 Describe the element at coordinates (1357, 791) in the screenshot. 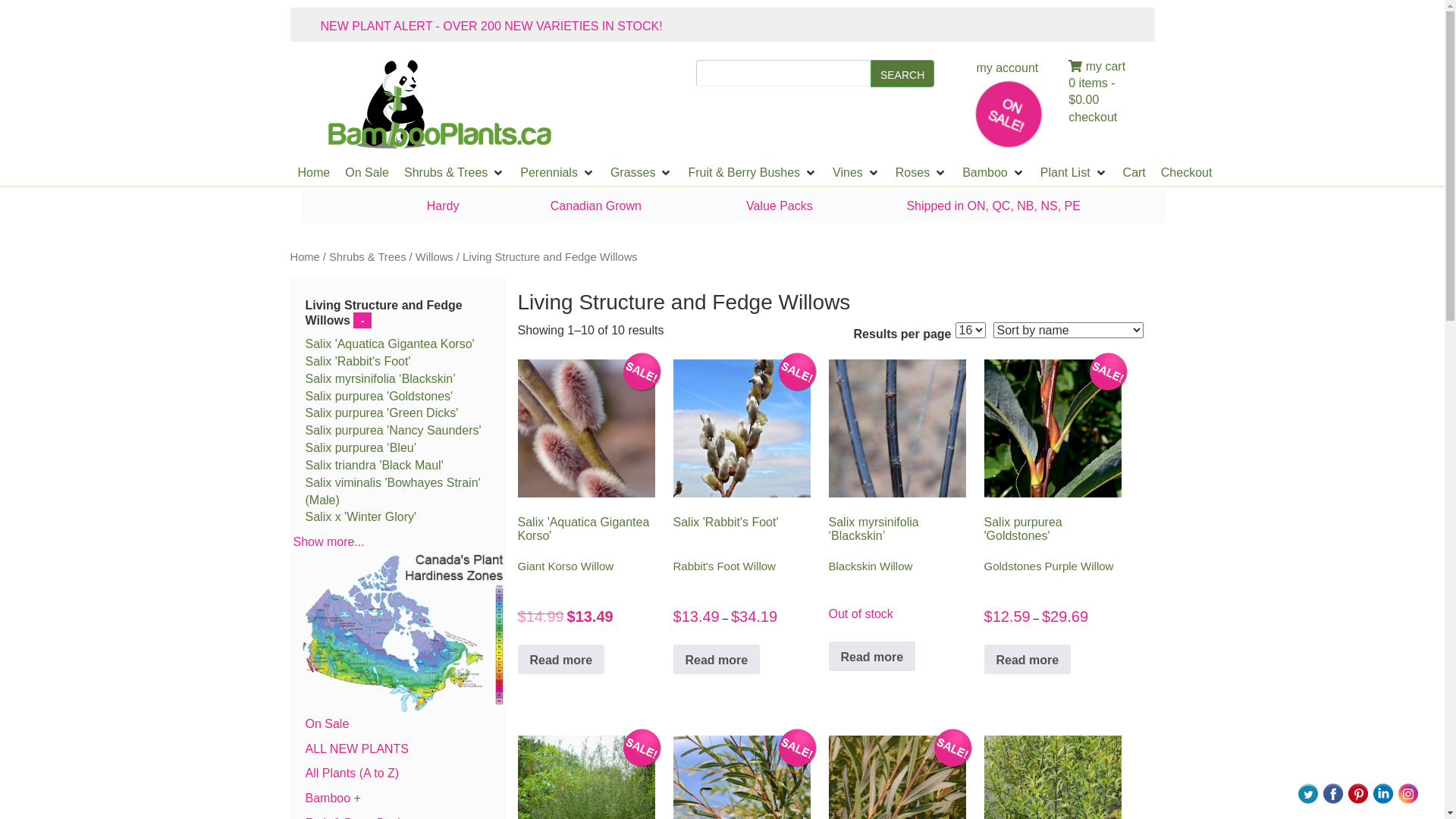

I see `'Visit Us On Pinterest'` at that location.